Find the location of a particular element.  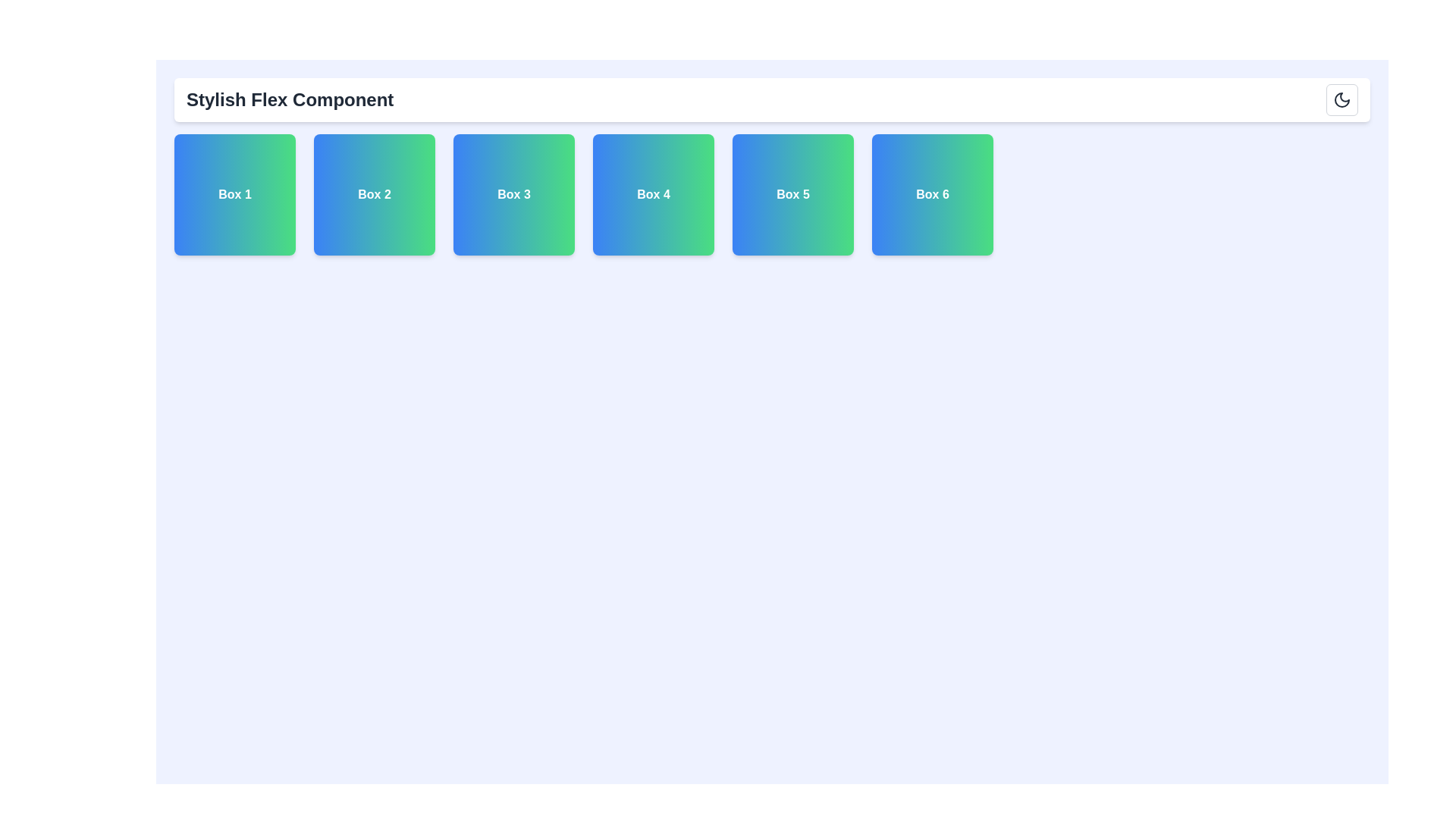

the sixth square visual box with a gradient background and text label, located in the top section of the interface is located at coordinates (931, 194).